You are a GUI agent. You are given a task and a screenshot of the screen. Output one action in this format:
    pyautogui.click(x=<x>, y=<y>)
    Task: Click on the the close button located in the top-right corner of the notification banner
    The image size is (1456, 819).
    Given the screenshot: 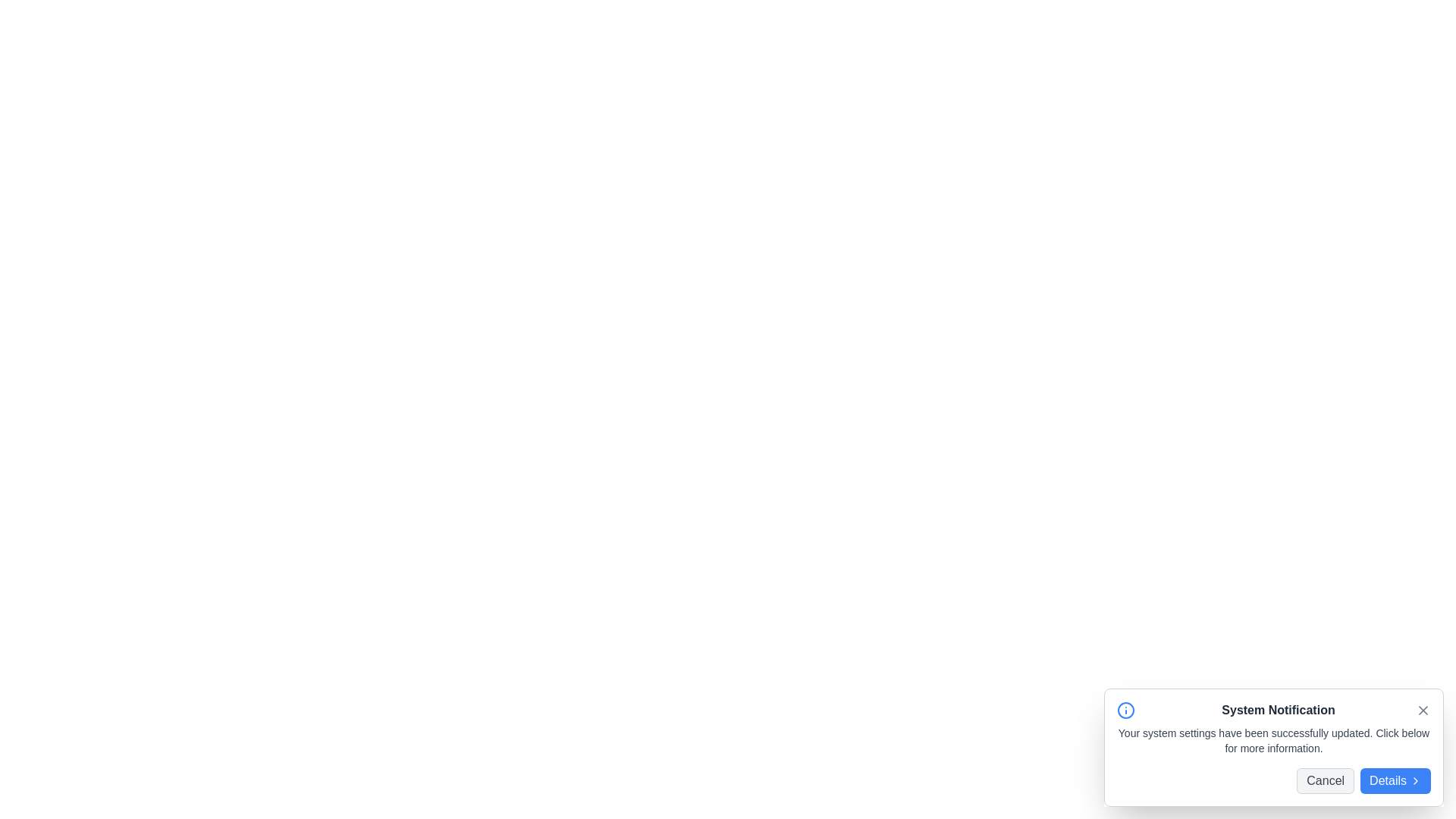 What is the action you would take?
    pyautogui.click(x=1422, y=711)
    